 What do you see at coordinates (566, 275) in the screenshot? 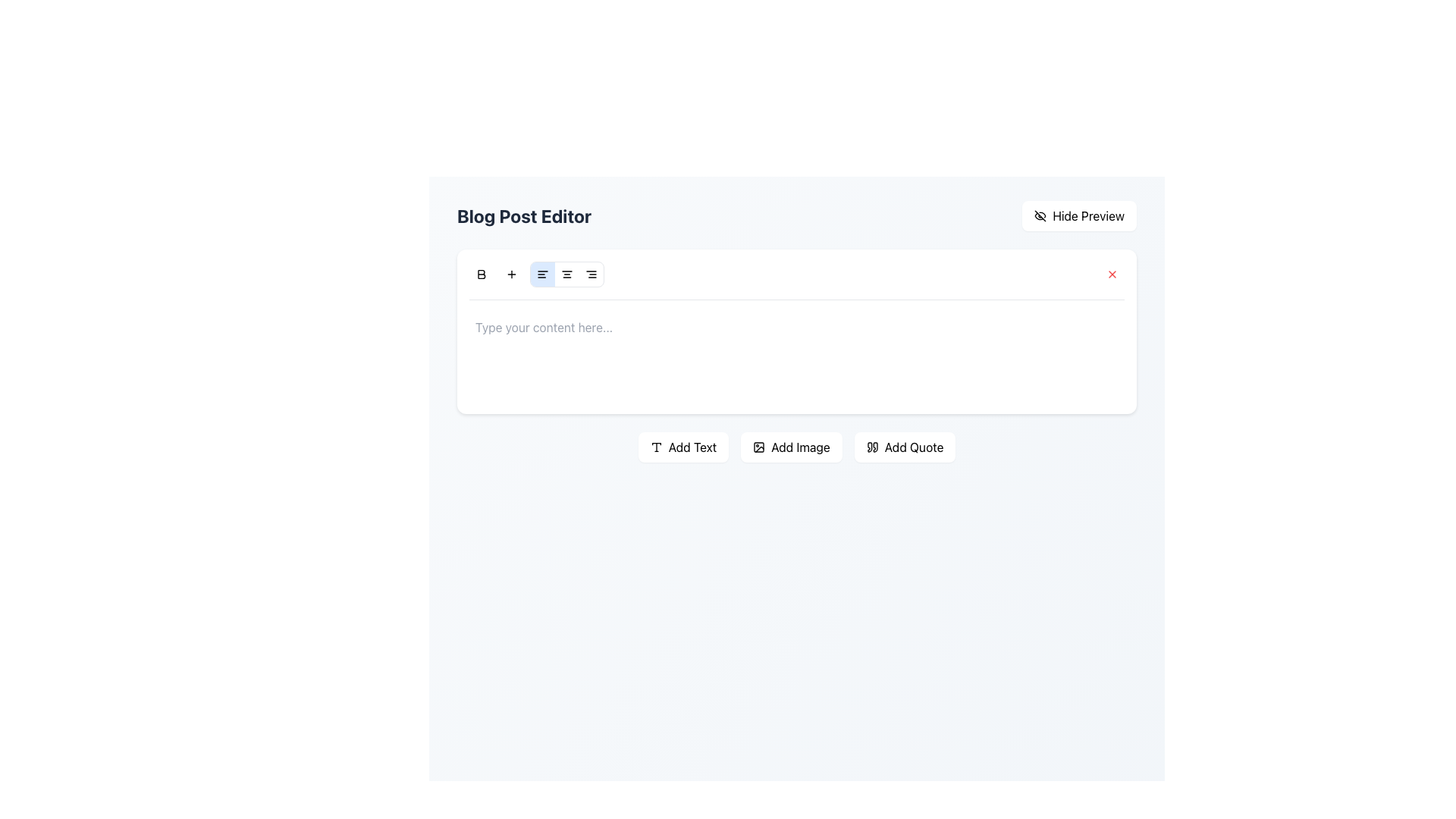
I see `the center alignment button in the toolbar for text adjustment` at bounding box center [566, 275].